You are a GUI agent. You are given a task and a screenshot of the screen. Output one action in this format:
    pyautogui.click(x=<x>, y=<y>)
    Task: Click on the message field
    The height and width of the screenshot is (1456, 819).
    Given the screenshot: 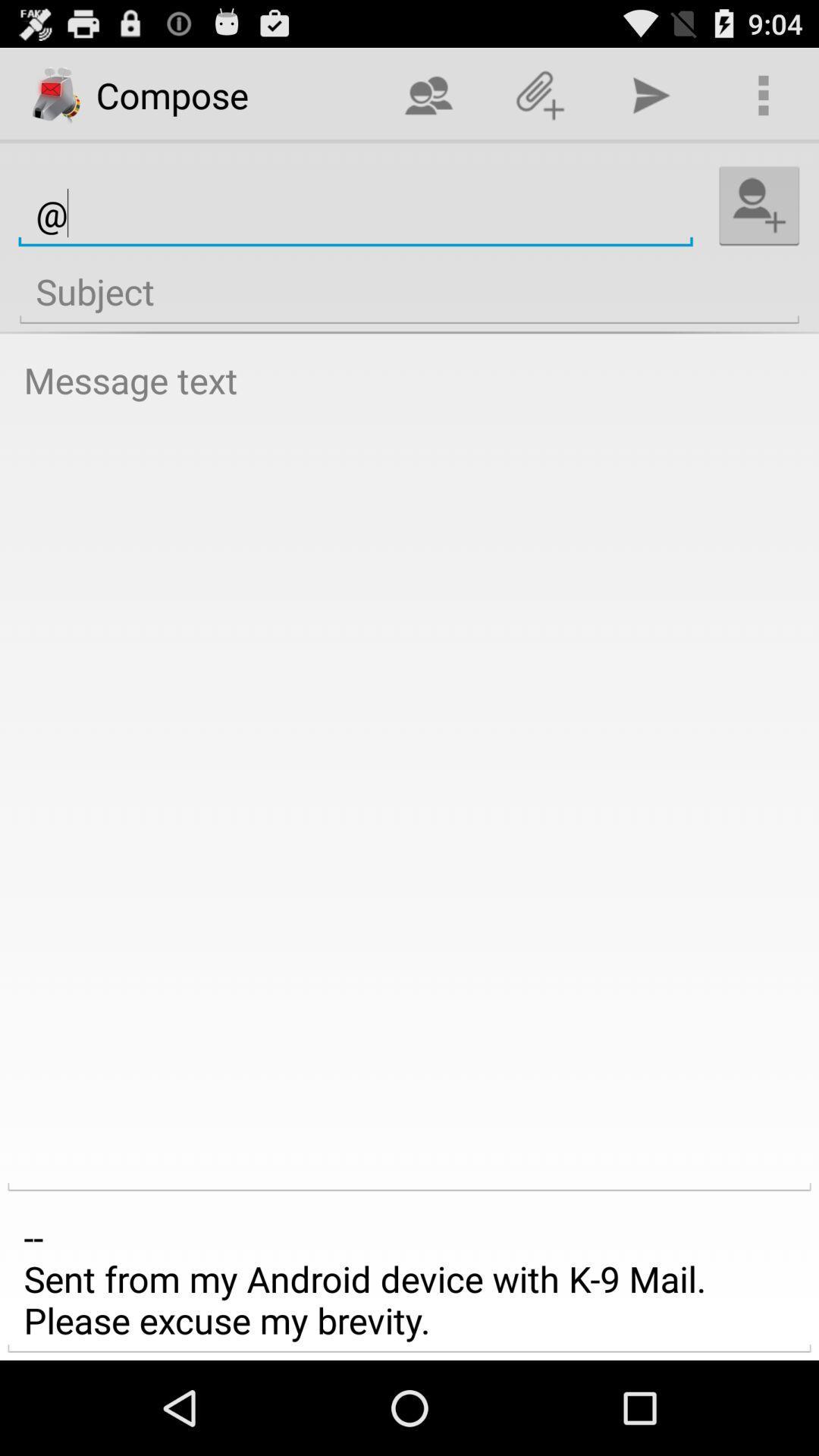 What is the action you would take?
    pyautogui.click(x=409, y=770)
    